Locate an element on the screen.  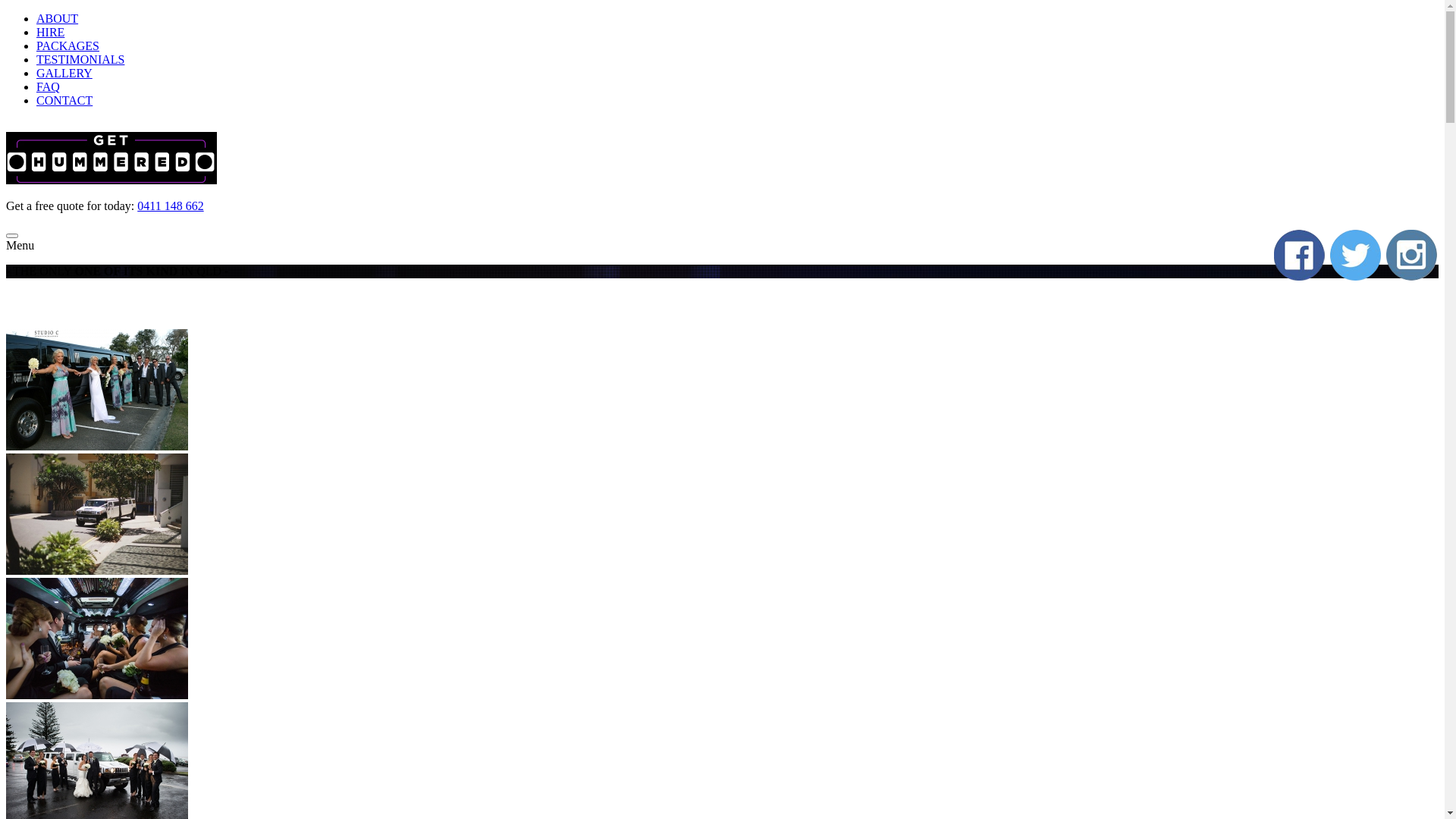
'TESTIMONIALS' is located at coordinates (36, 58).